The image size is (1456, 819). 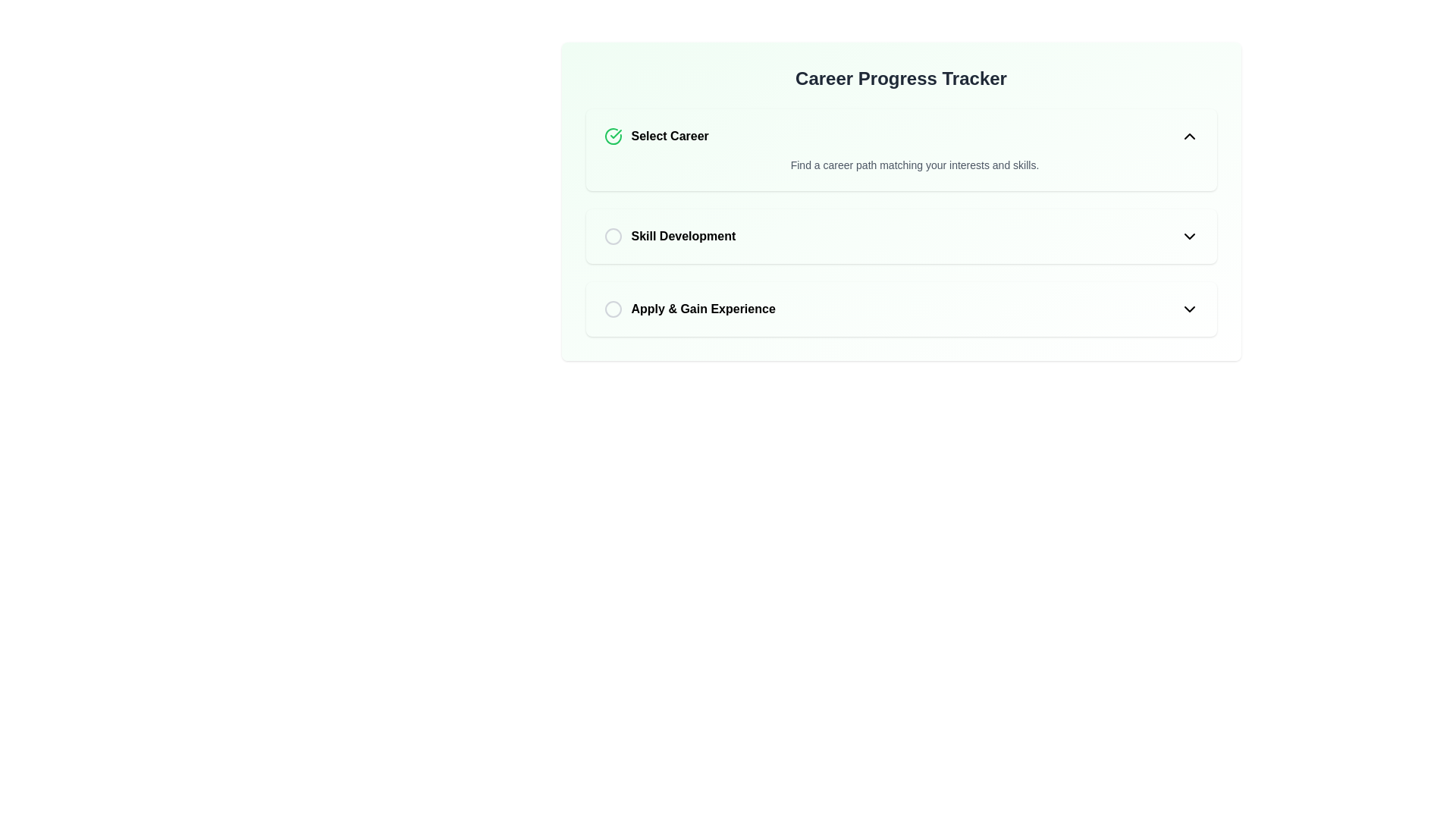 I want to click on the chevron-down icon located at the far right of the 'Skill Development' list item, so click(x=1188, y=237).